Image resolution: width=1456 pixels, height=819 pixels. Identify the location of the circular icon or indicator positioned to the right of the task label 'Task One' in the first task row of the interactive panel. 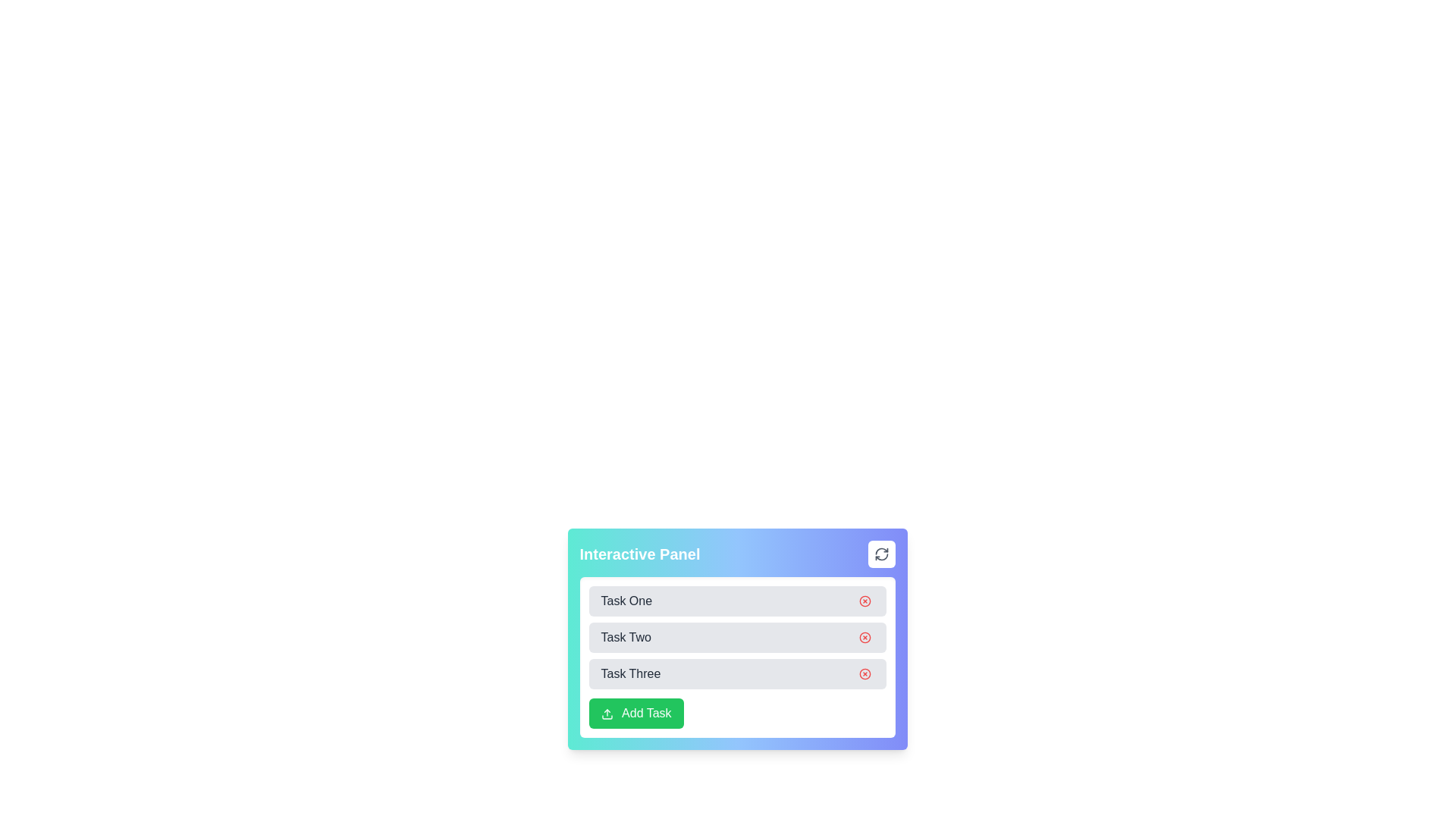
(864, 601).